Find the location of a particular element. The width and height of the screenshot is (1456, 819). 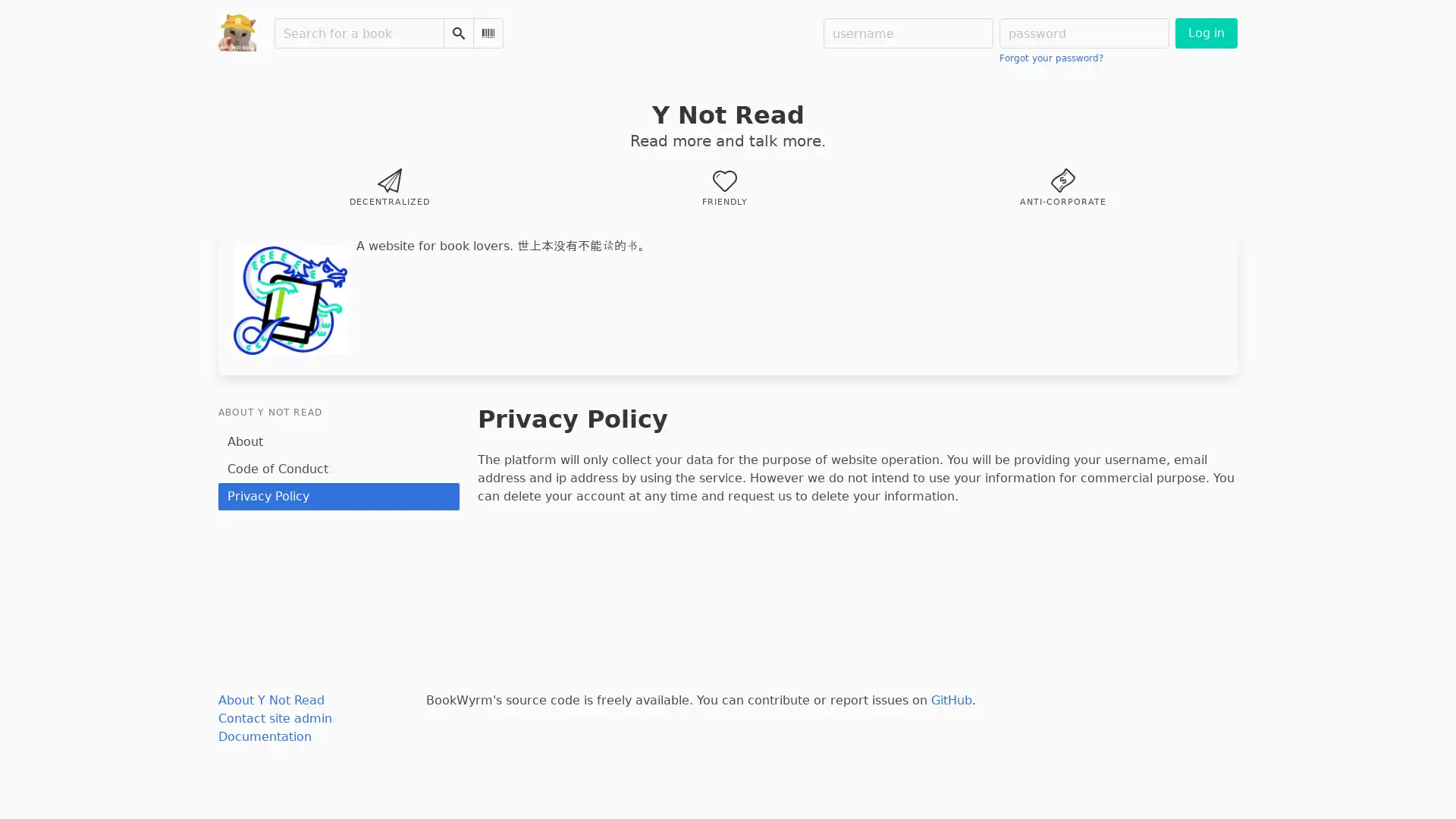

Log in is located at coordinates (1205, 33).